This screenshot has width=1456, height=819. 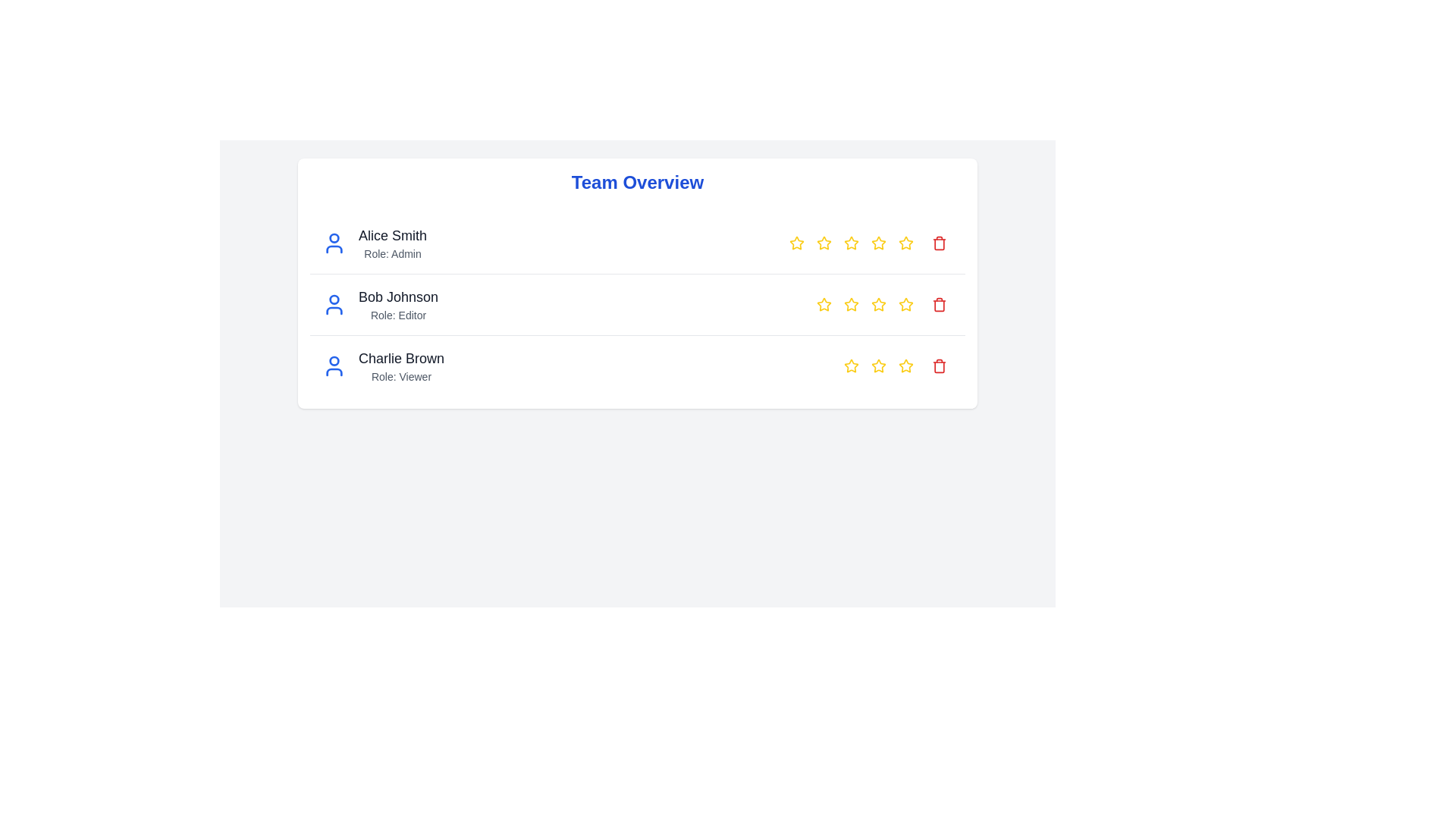 I want to click on the fourth yellow star in the rating system under the 'Team Overview' section, so click(x=852, y=242).